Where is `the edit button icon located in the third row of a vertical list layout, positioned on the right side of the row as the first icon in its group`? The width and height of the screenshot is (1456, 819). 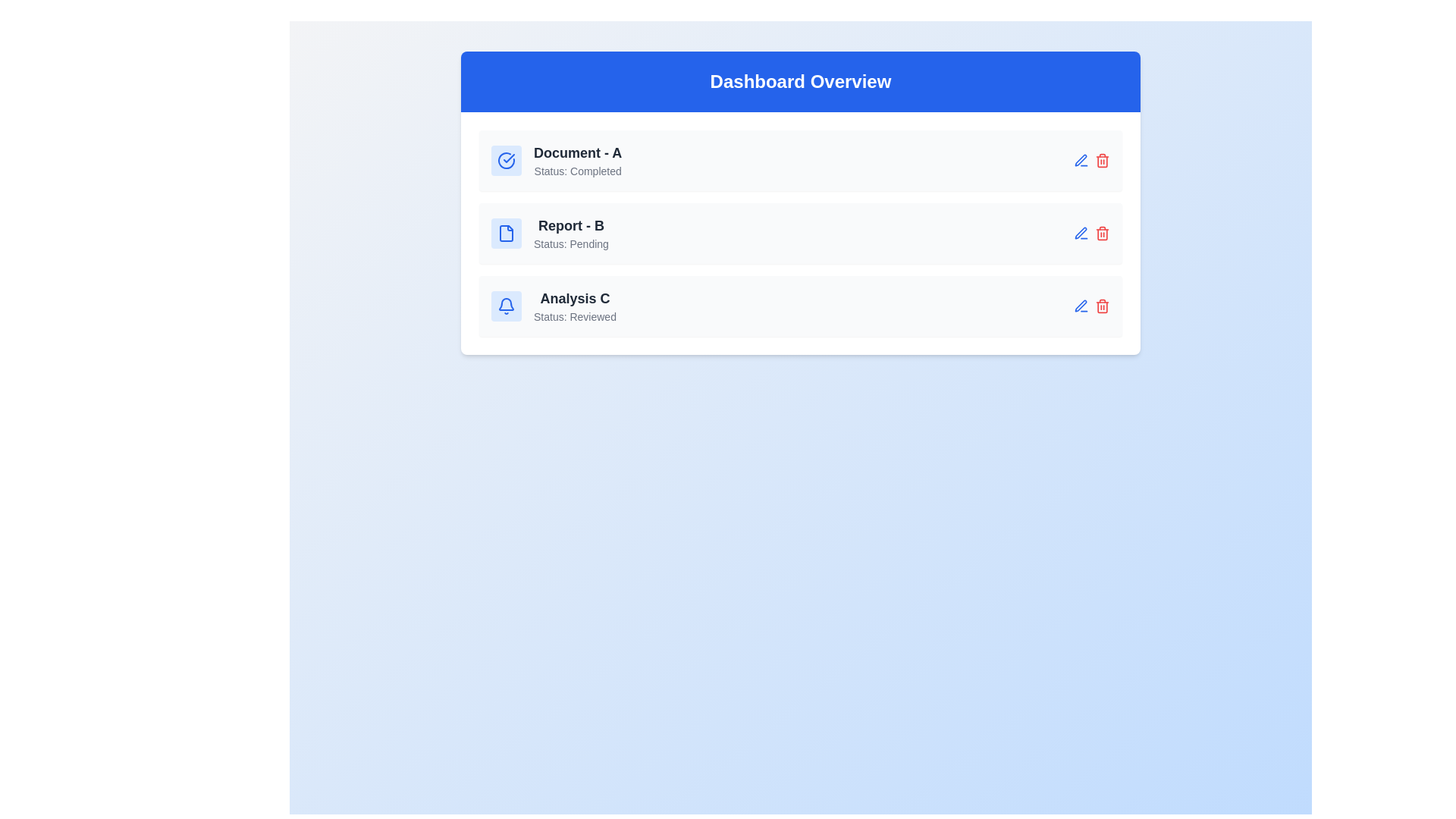
the edit button icon located in the third row of a vertical list layout, positioned on the right side of the row as the first icon in its group is located at coordinates (1080, 234).